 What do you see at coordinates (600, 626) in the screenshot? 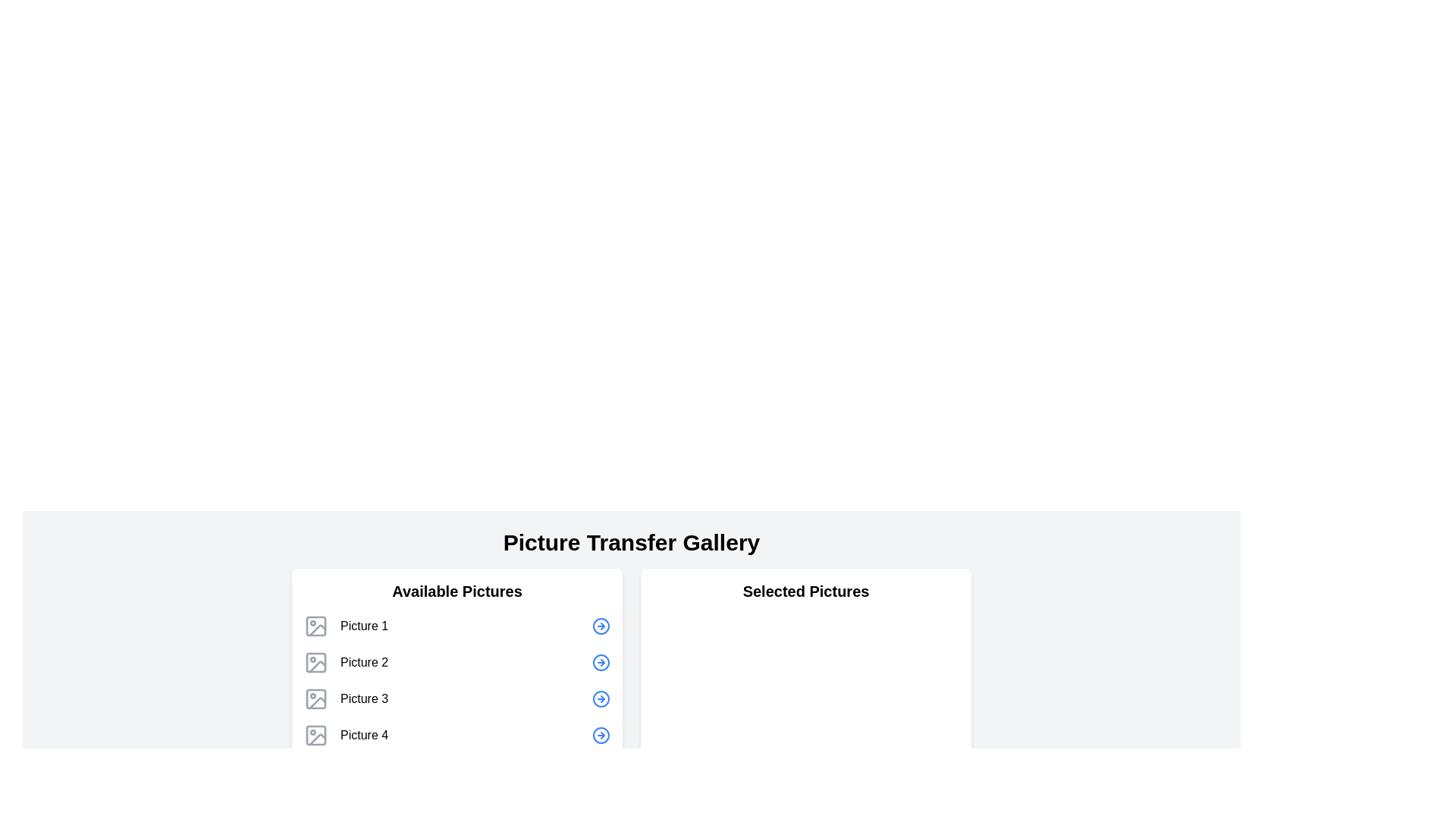
I see `the button located to the far right of the first row in the 'Available Pictures' section to initiate the transfer of 'Picture 1' to the 'Selected Pictures' list` at bounding box center [600, 626].